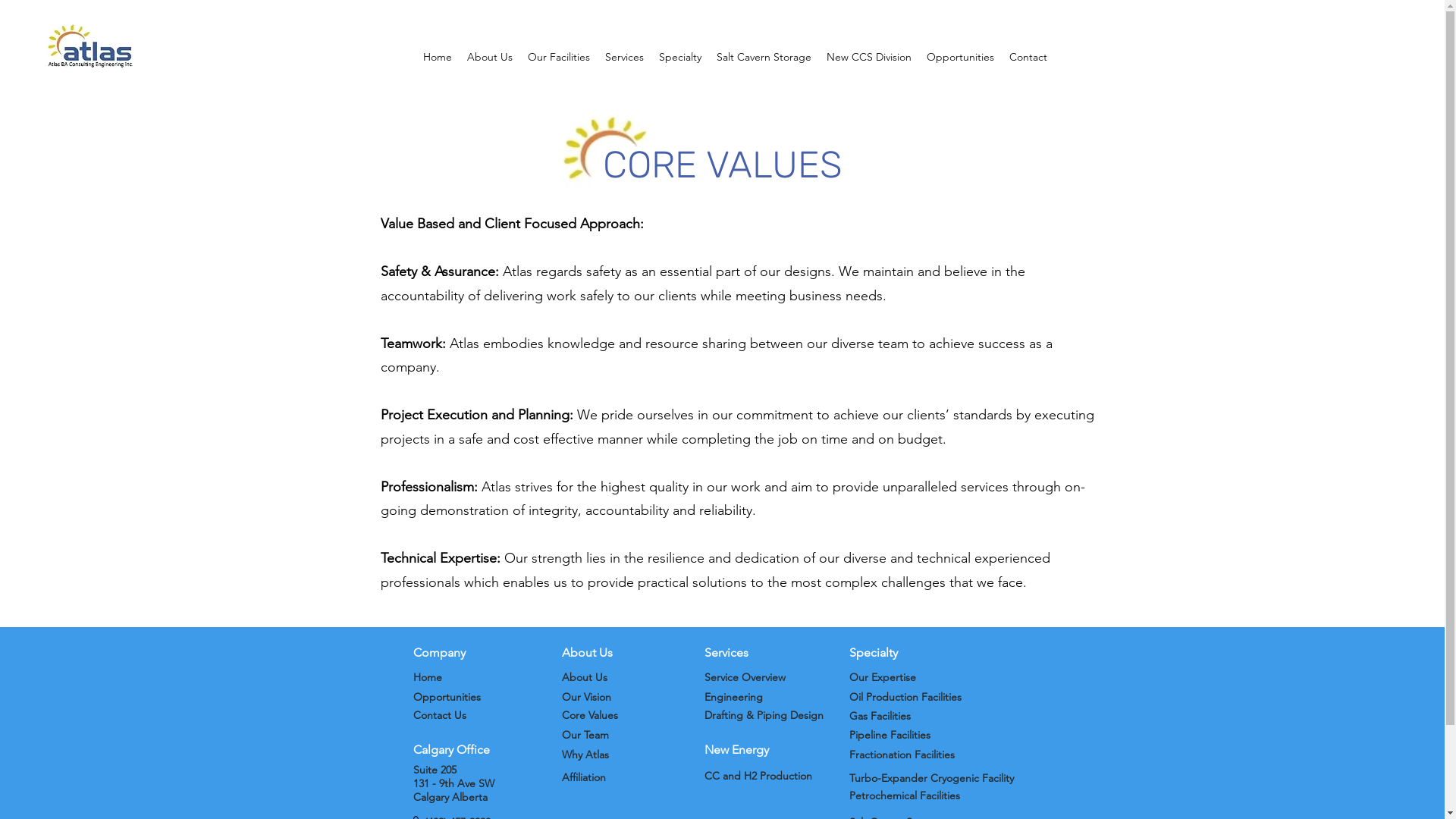  Describe the element at coordinates (560, 714) in the screenshot. I see `'Core Values'` at that location.